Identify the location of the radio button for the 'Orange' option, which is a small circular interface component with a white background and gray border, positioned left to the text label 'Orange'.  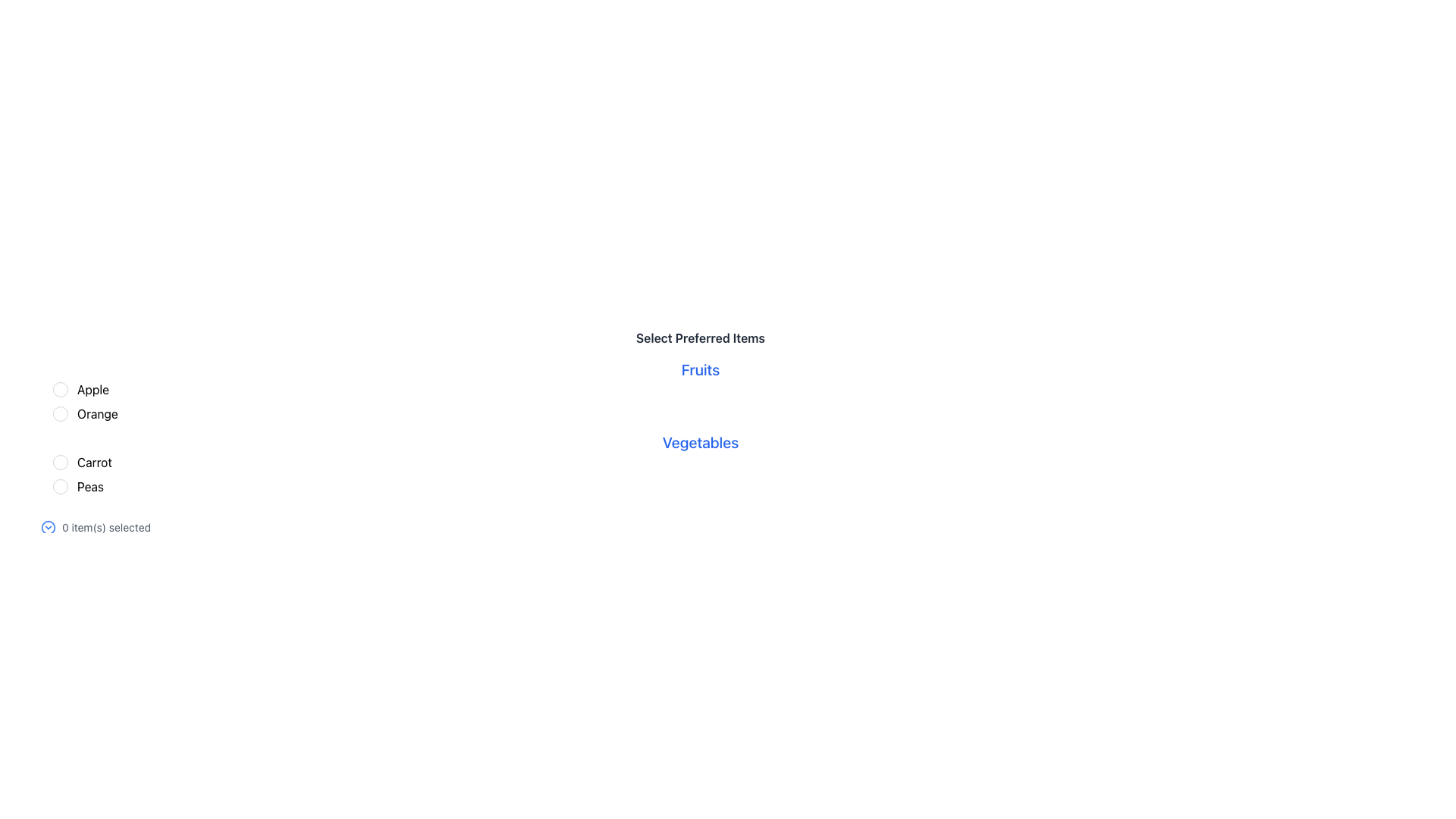
(61, 414).